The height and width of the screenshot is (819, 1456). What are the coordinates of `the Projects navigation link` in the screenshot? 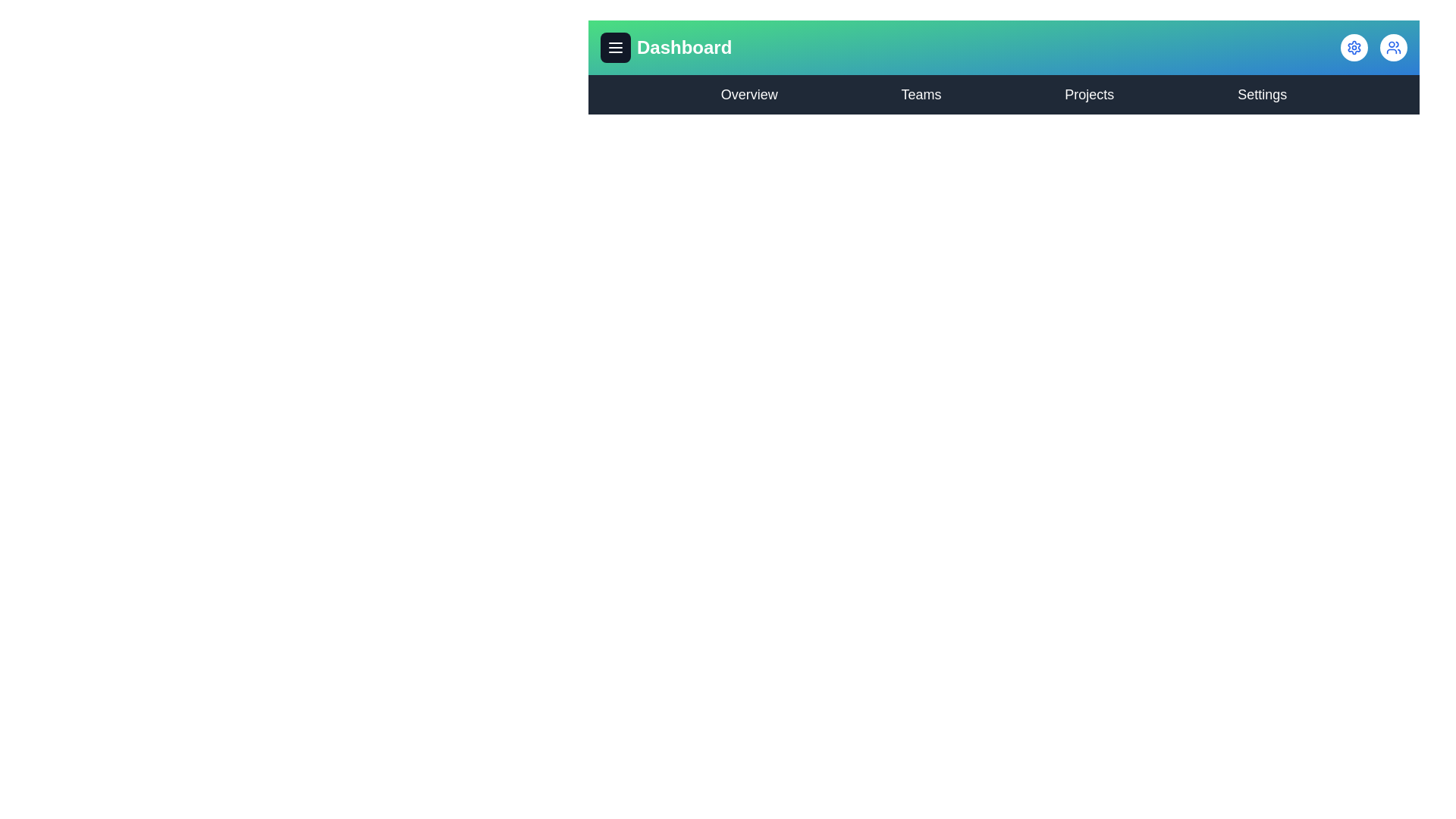 It's located at (1087, 94).